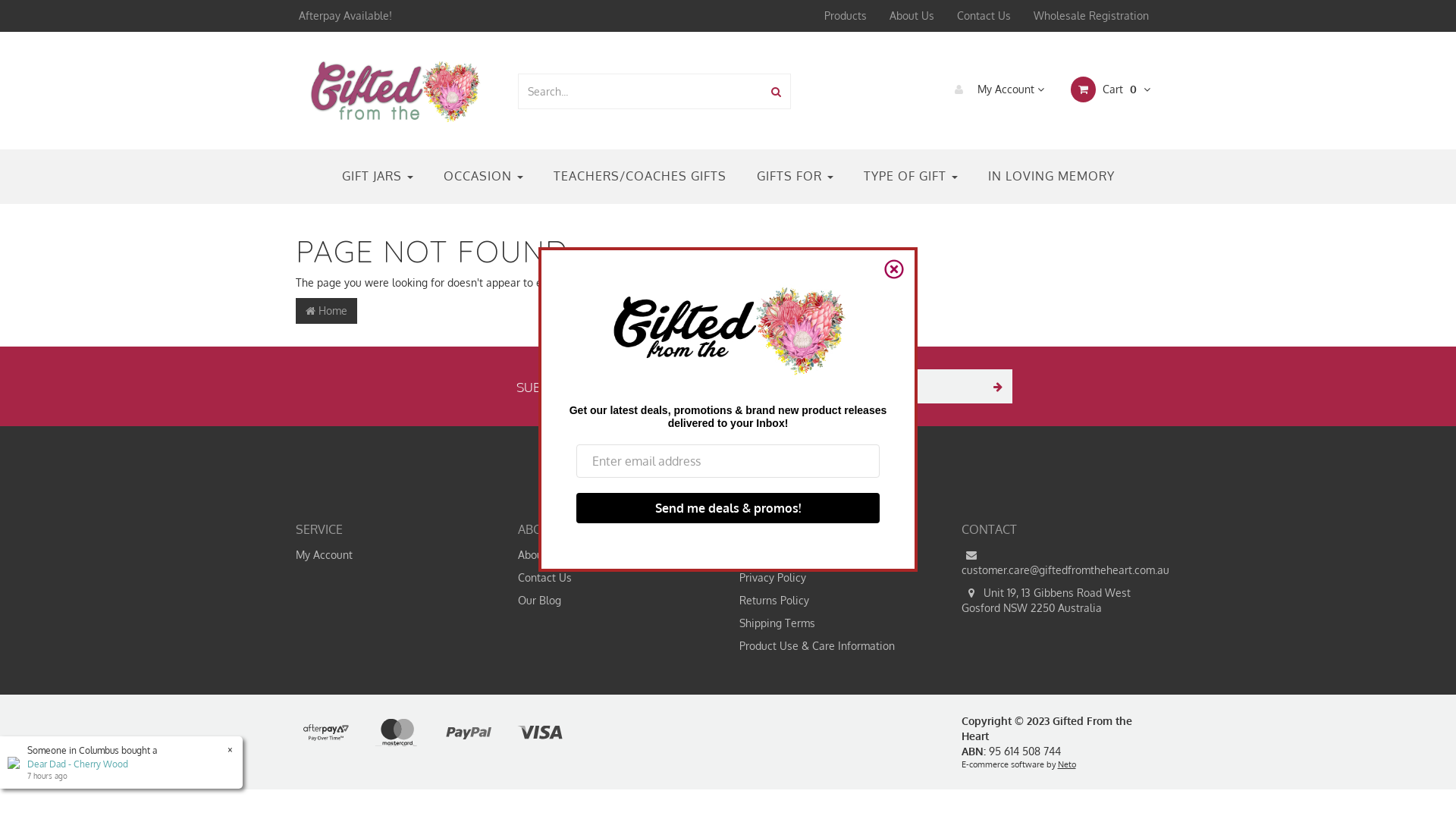 The width and height of the screenshot is (1456, 819). Describe the element at coordinates (1065, 764) in the screenshot. I see `'Neto'` at that location.